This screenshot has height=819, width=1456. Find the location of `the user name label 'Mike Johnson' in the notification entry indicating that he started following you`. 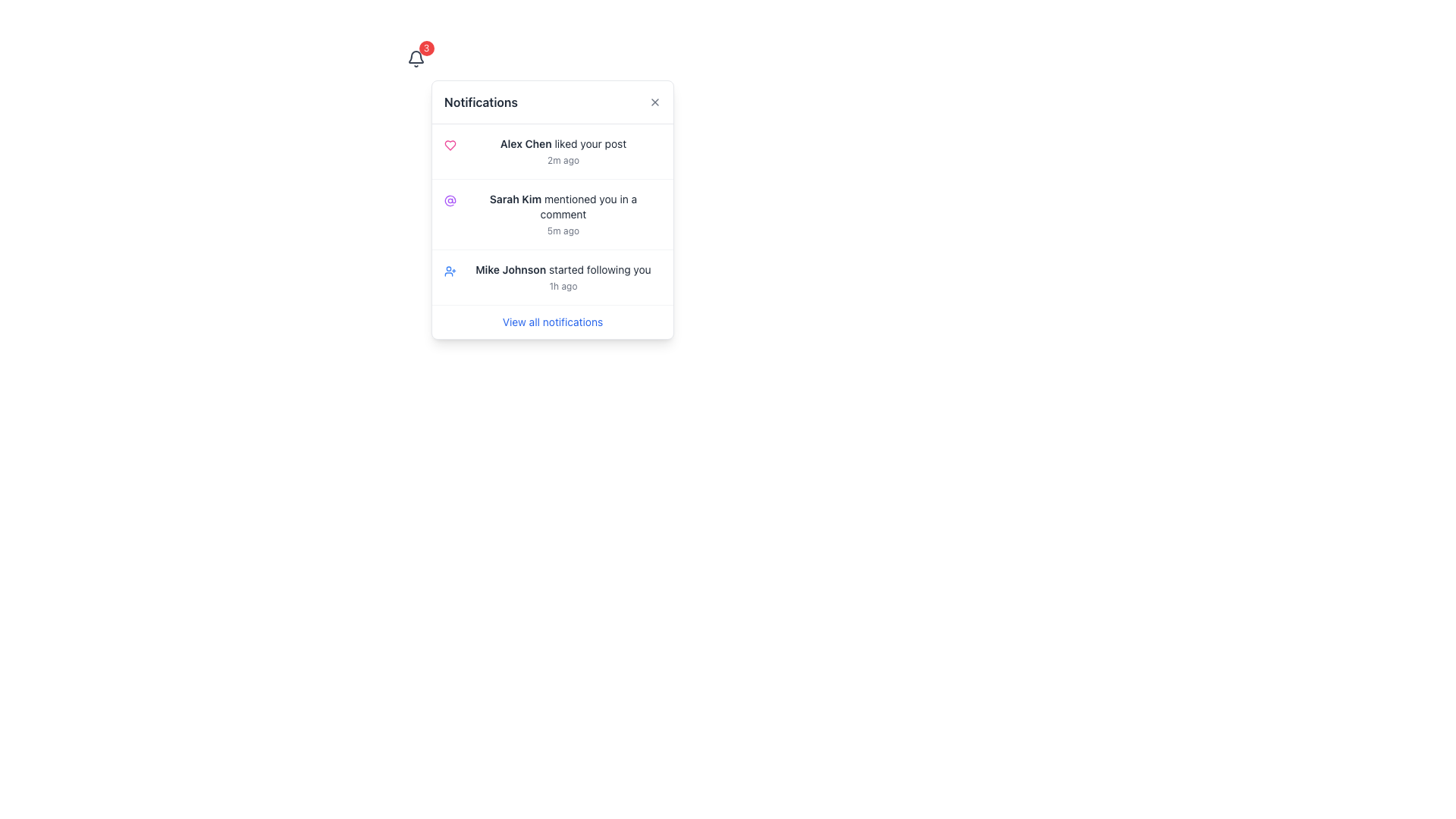

the user name label 'Mike Johnson' in the notification entry indicating that he started following you is located at coordinates (510, 268).